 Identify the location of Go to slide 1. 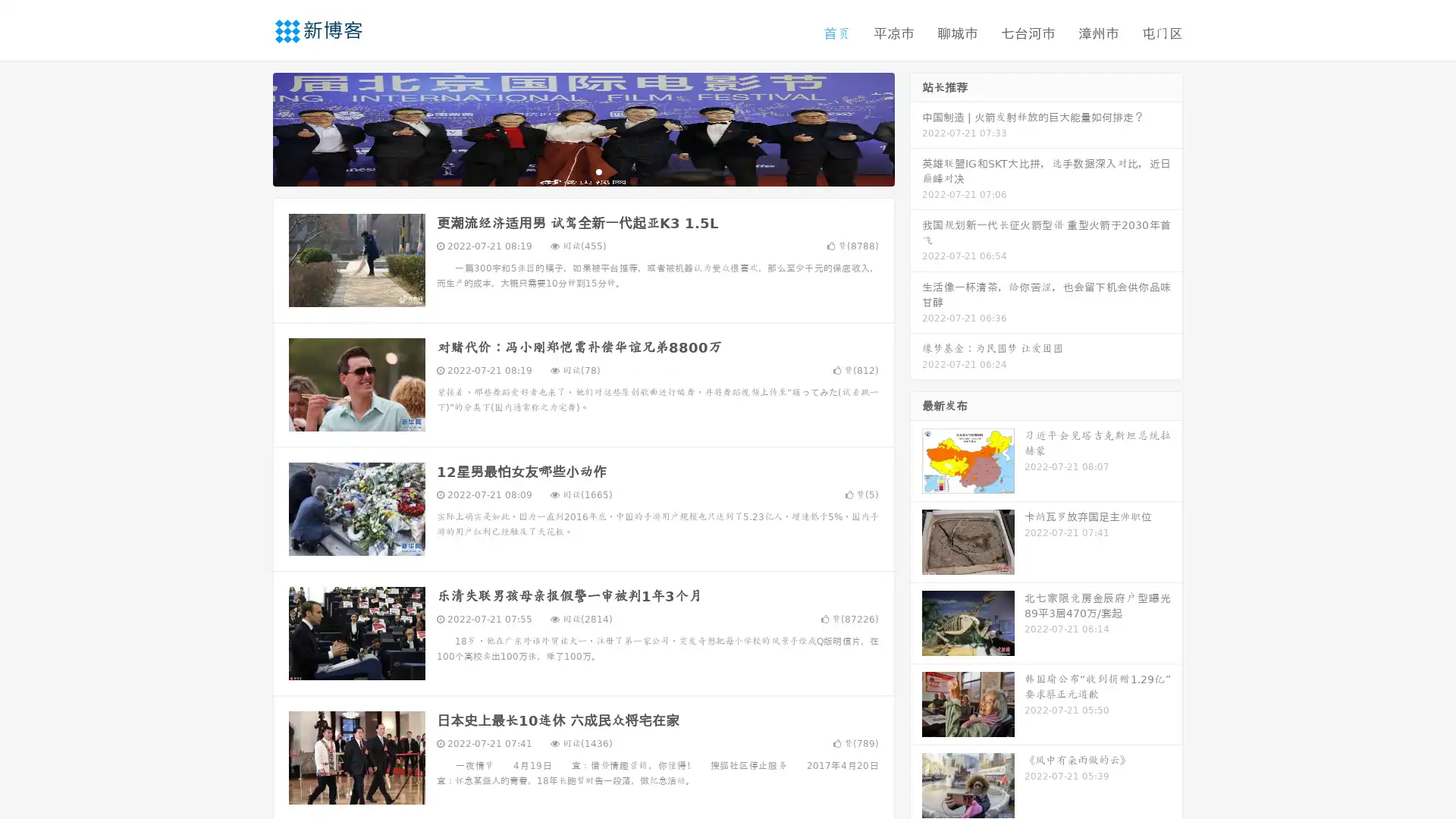
(567, 171).